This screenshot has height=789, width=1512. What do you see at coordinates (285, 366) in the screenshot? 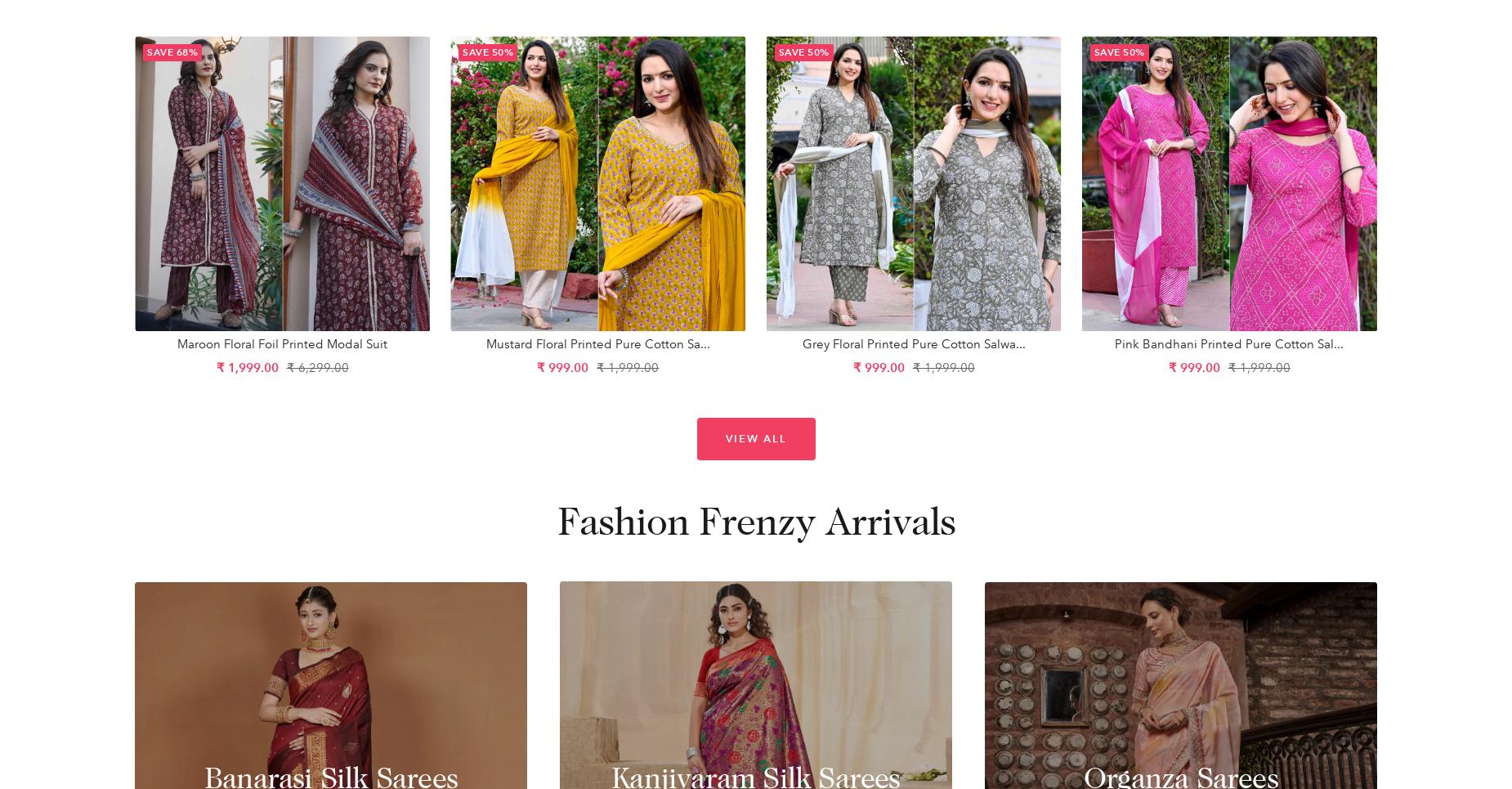
I see `'₹ 6,299.00'` at bounding box center [285, 366].